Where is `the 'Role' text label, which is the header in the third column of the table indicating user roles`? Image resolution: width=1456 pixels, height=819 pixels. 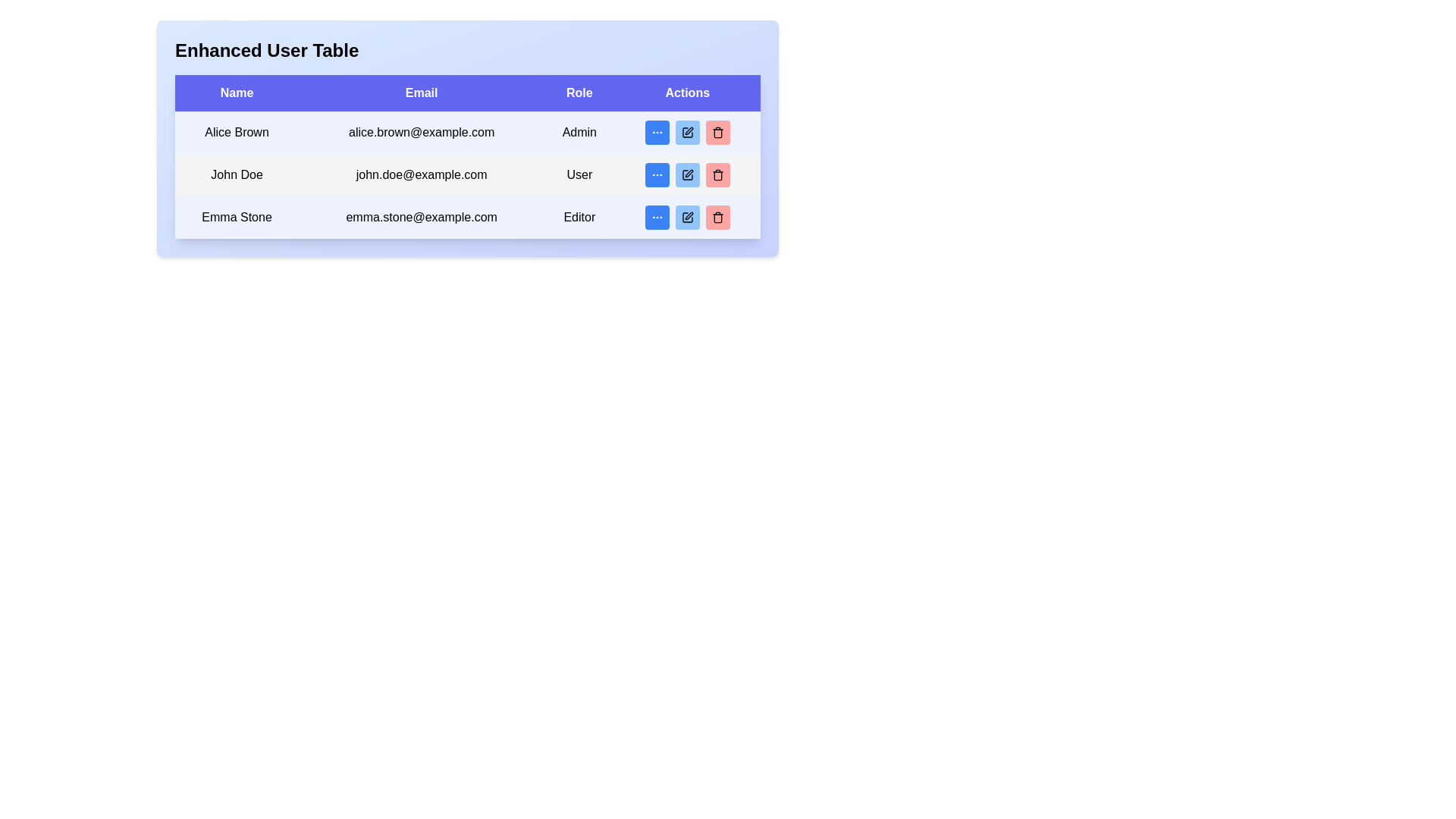 the 'Role' text label, which is the header in the third column of the table indicating user roles is located at coordinates (579, 93).